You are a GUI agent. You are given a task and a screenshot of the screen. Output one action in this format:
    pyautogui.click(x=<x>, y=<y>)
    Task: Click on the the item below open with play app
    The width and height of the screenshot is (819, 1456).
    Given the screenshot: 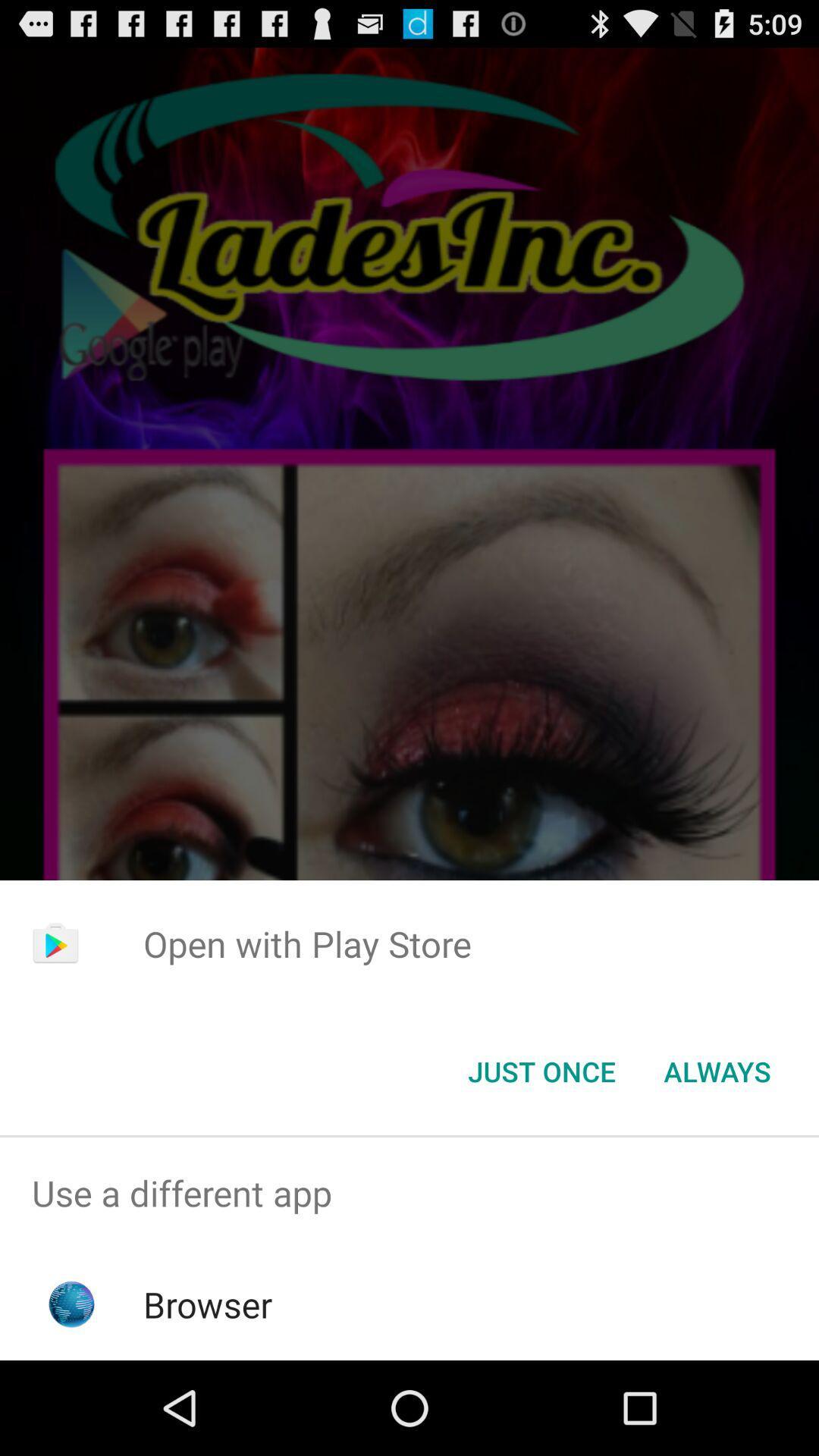 What is the action you would take?
    pyautogui.click(x=717, y=1070)
    